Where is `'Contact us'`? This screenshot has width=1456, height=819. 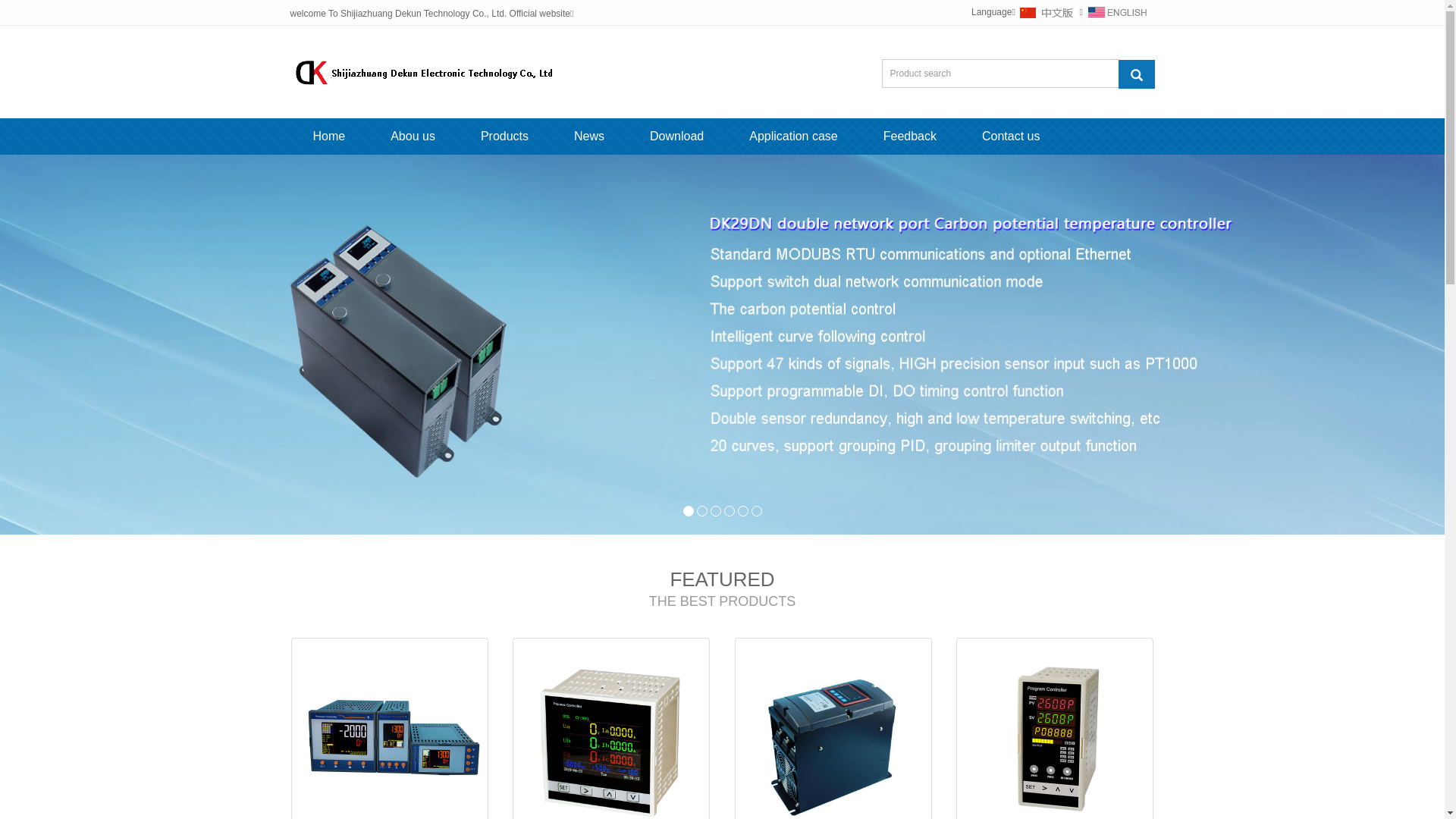 'Contact us' is located at coordinates (1011, 136).